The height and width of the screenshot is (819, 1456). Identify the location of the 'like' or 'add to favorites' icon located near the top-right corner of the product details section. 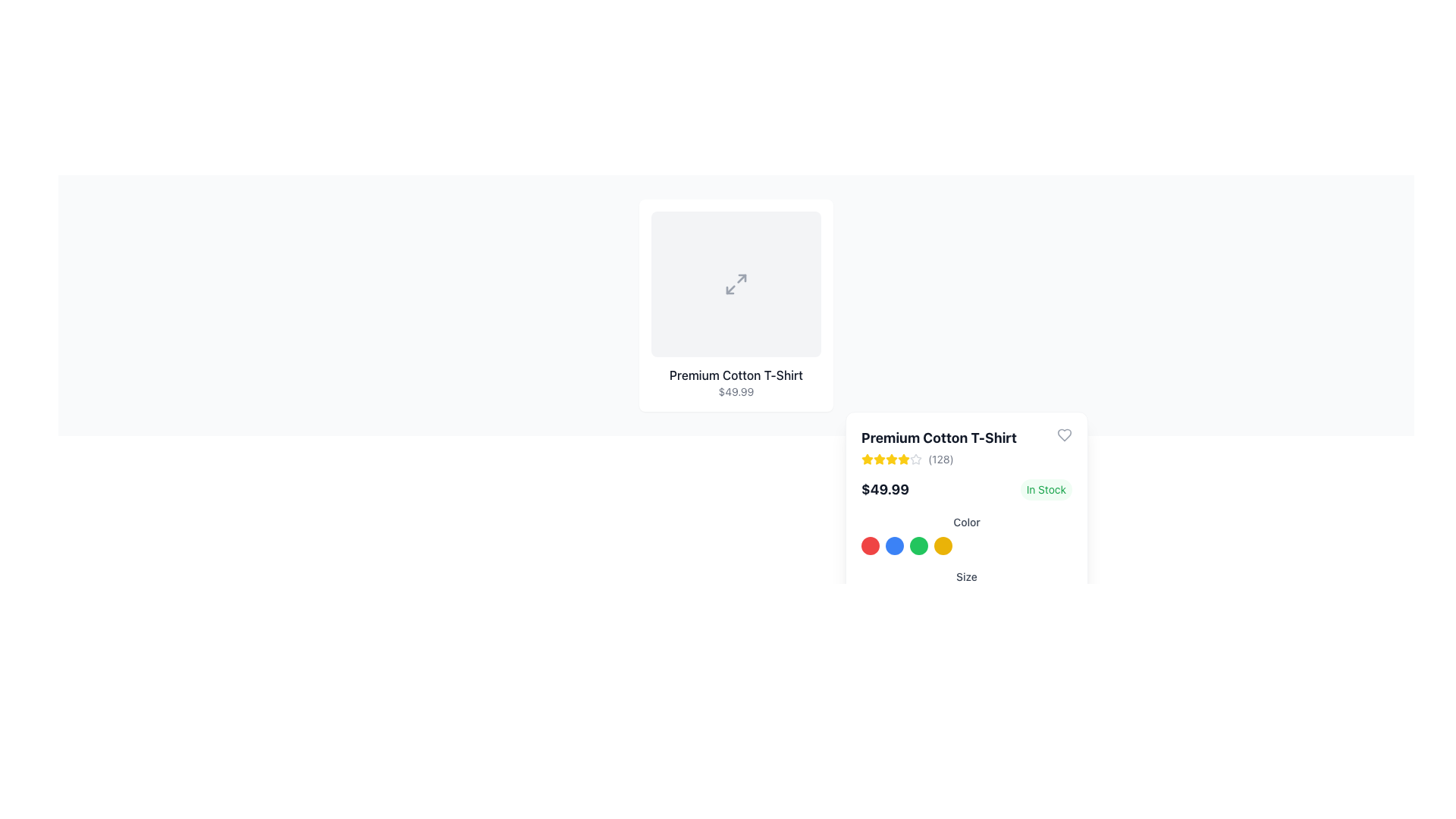
(1063, 435).